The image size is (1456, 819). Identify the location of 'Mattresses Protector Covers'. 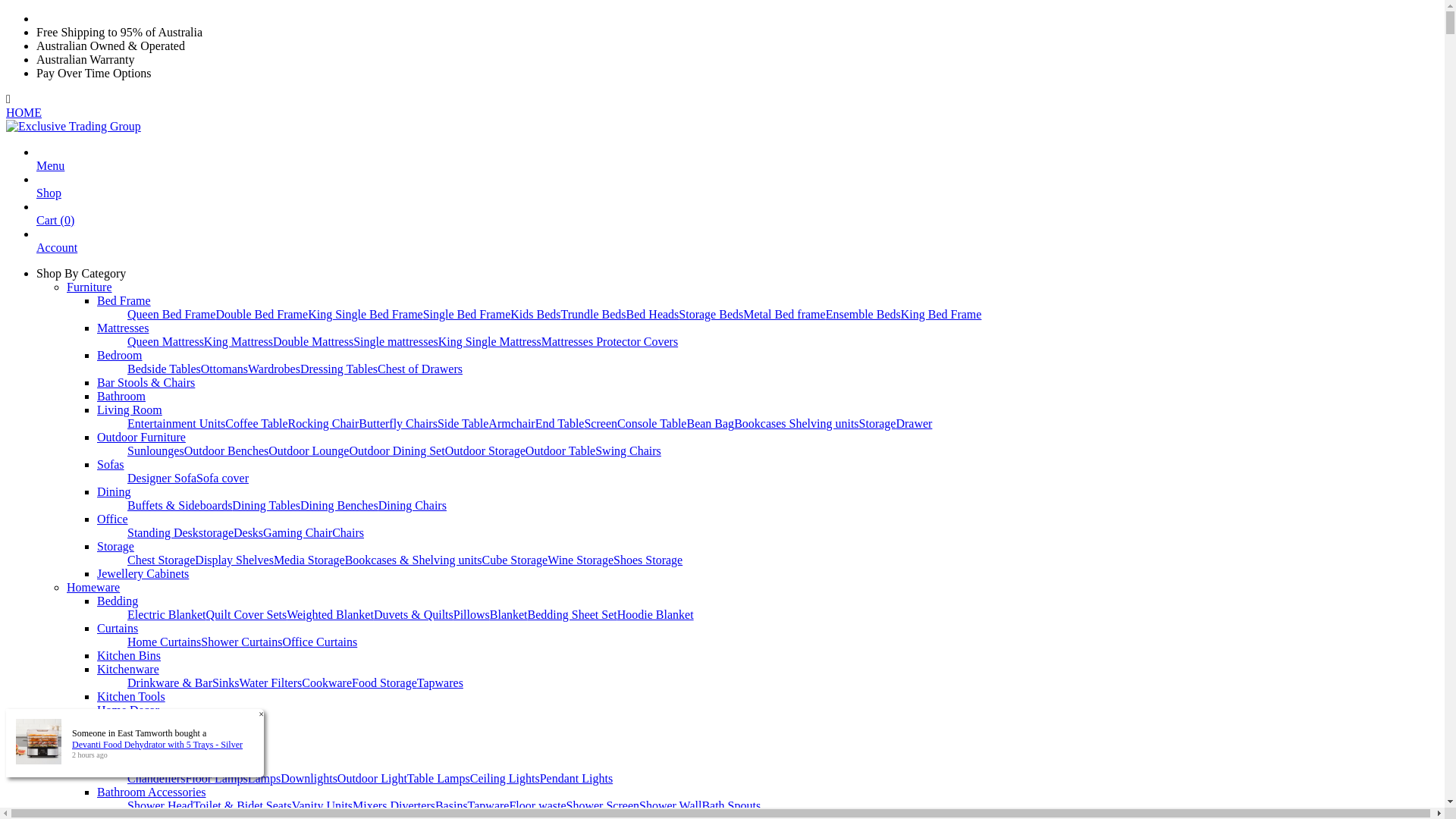
(610, 341).